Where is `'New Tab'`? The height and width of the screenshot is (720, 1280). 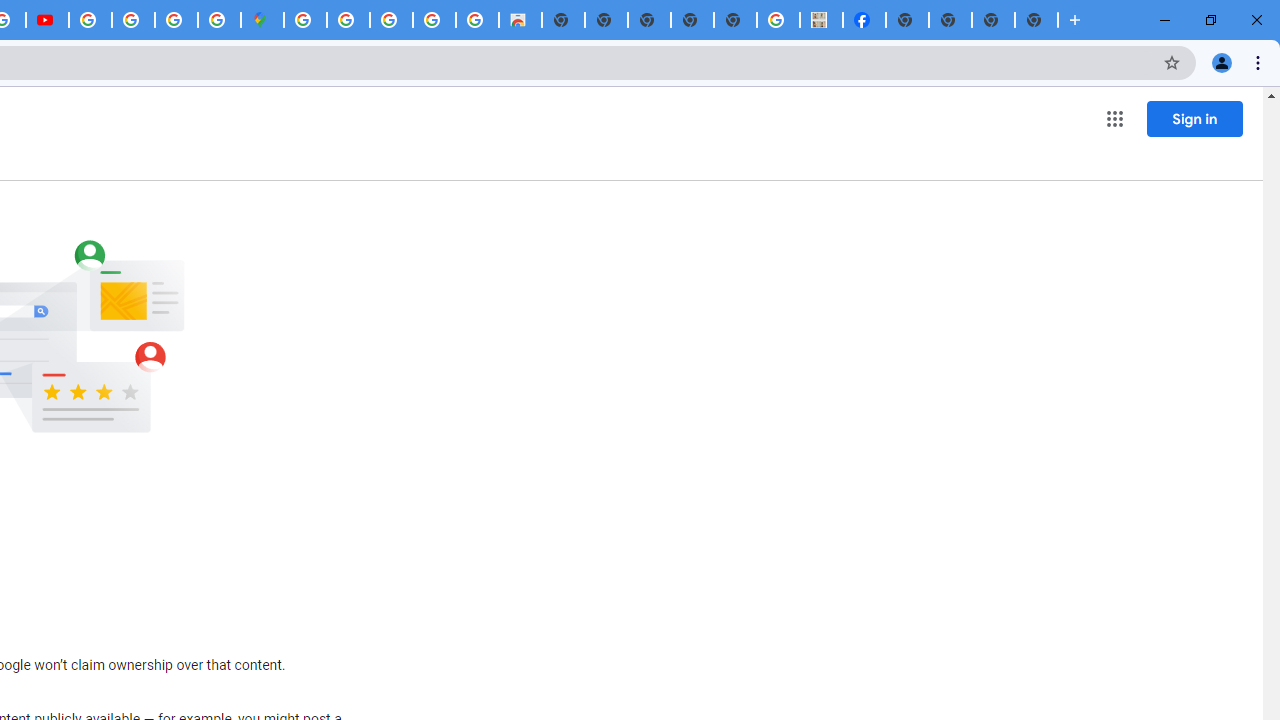 'New Tab' is located at coordinates (1036, 20).